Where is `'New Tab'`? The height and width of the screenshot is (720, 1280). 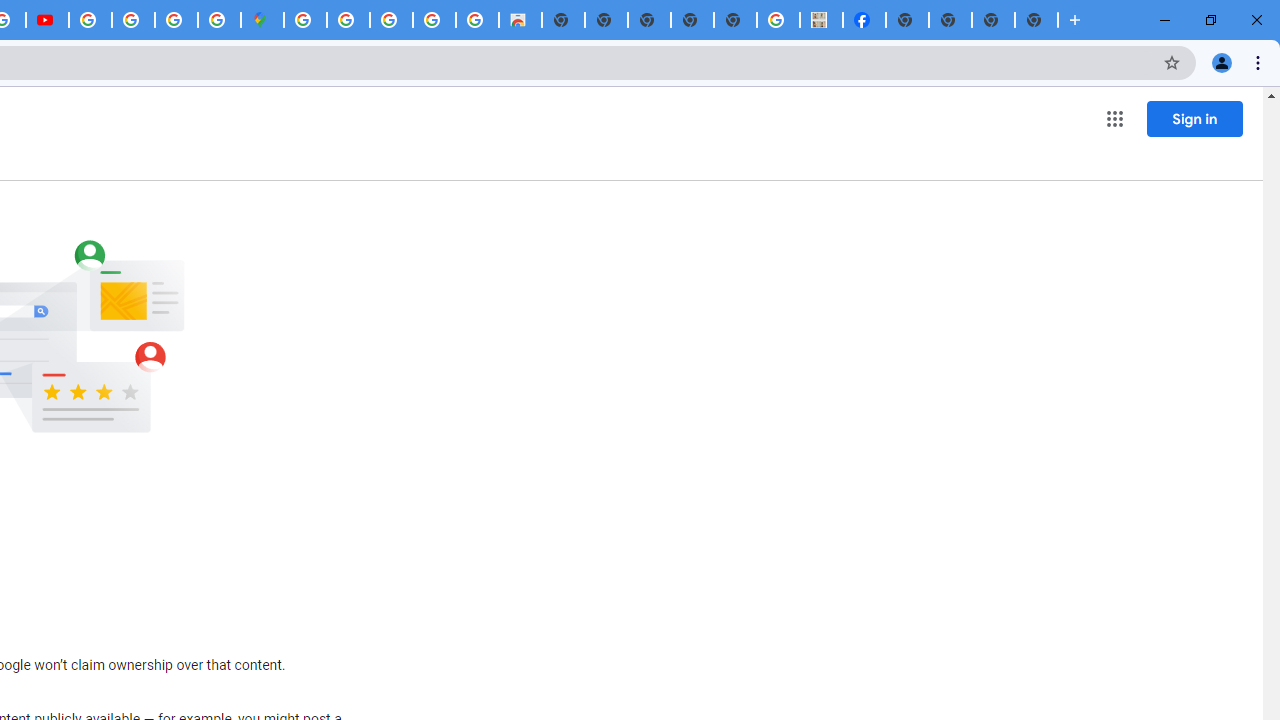 'New Tab' is located at coordinates (1036, 20).